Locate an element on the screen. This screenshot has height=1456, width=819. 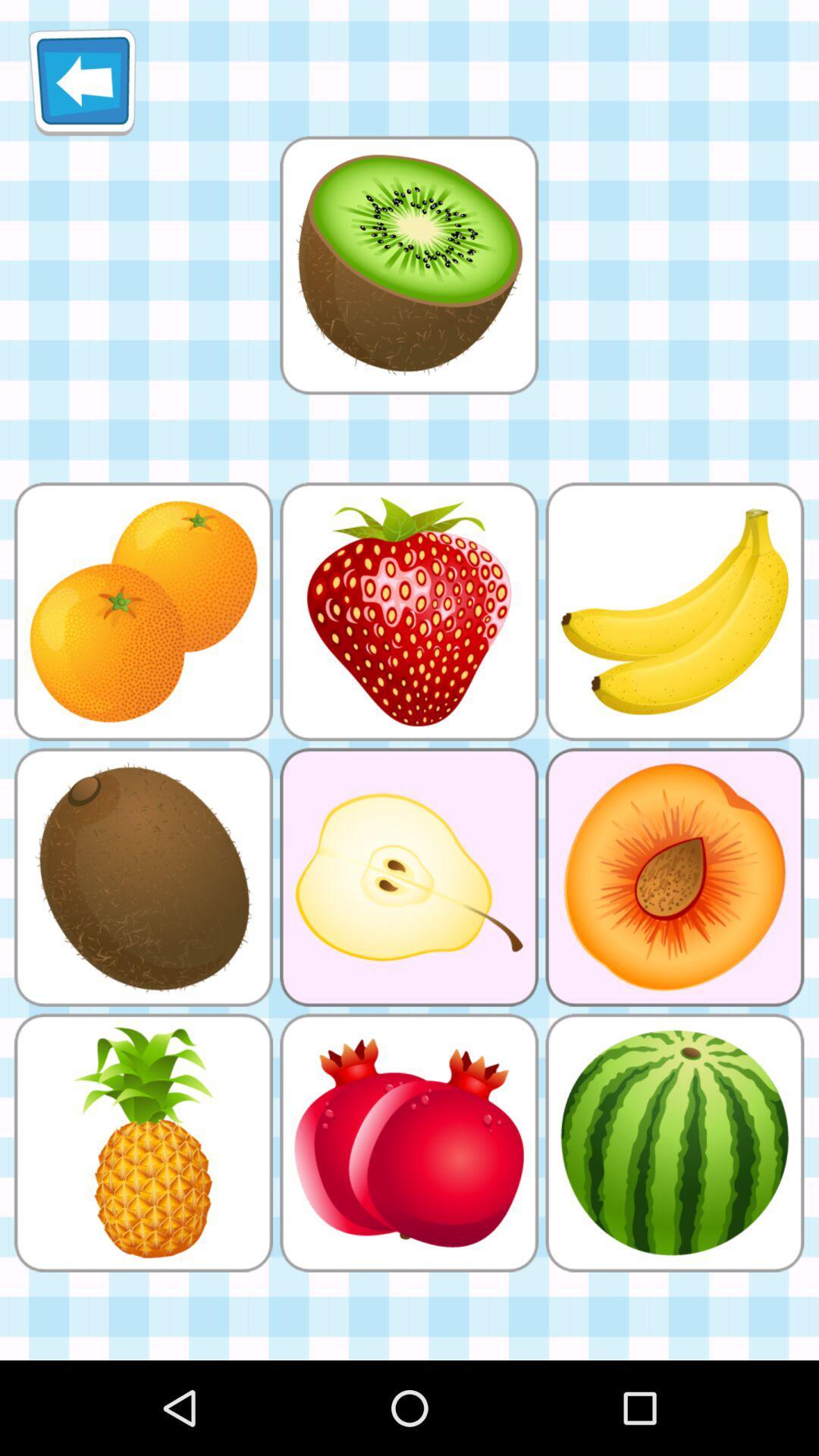
kiwi image is located at coordinates (408, 265).